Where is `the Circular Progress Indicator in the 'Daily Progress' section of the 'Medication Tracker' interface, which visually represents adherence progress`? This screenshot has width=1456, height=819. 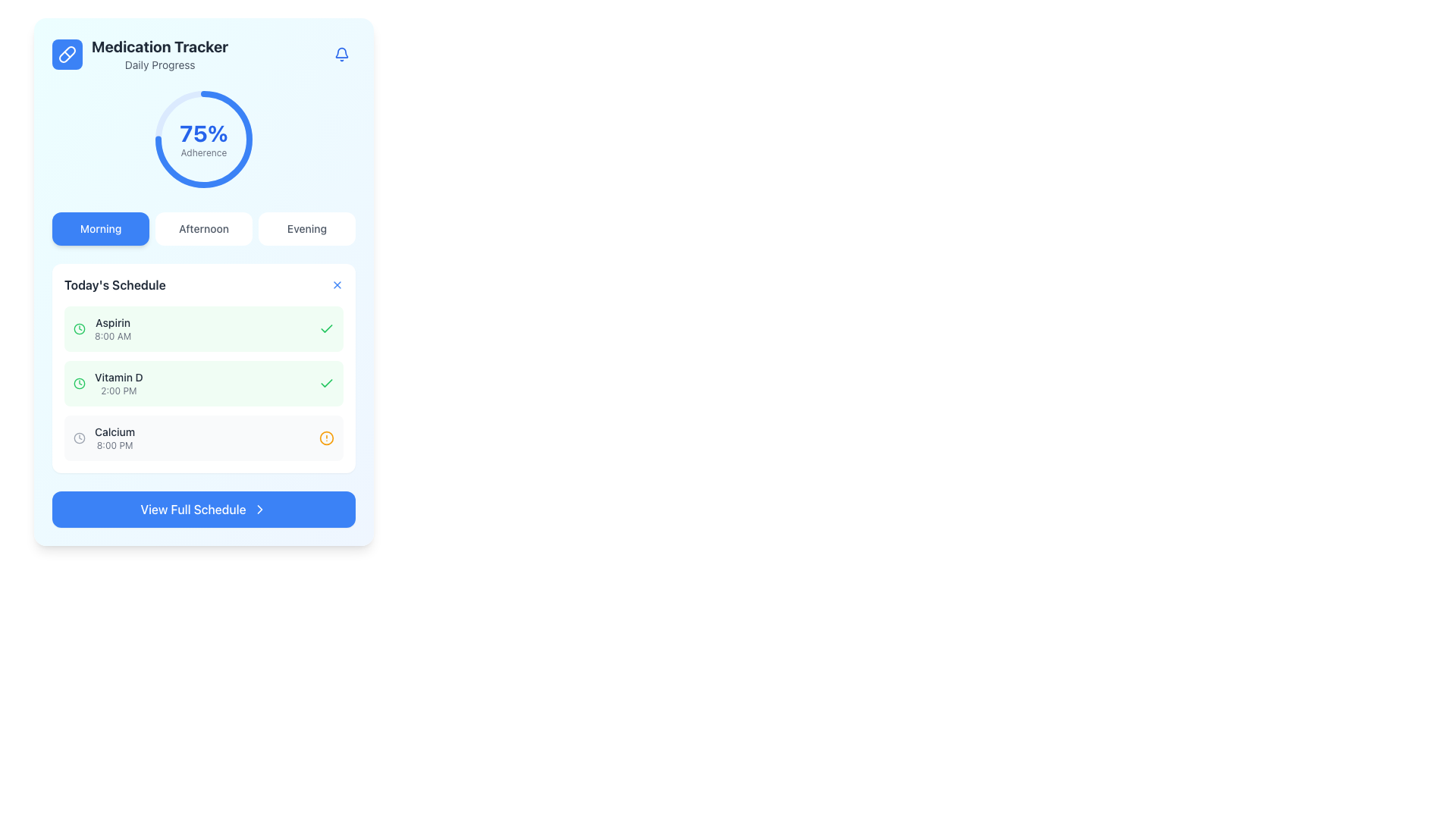
the Circular Progress Indicator in the 'Daily Progress' section of the 'Medication Tracker' interface, which visually represents adherence progress is located at coordinates (202, 140).